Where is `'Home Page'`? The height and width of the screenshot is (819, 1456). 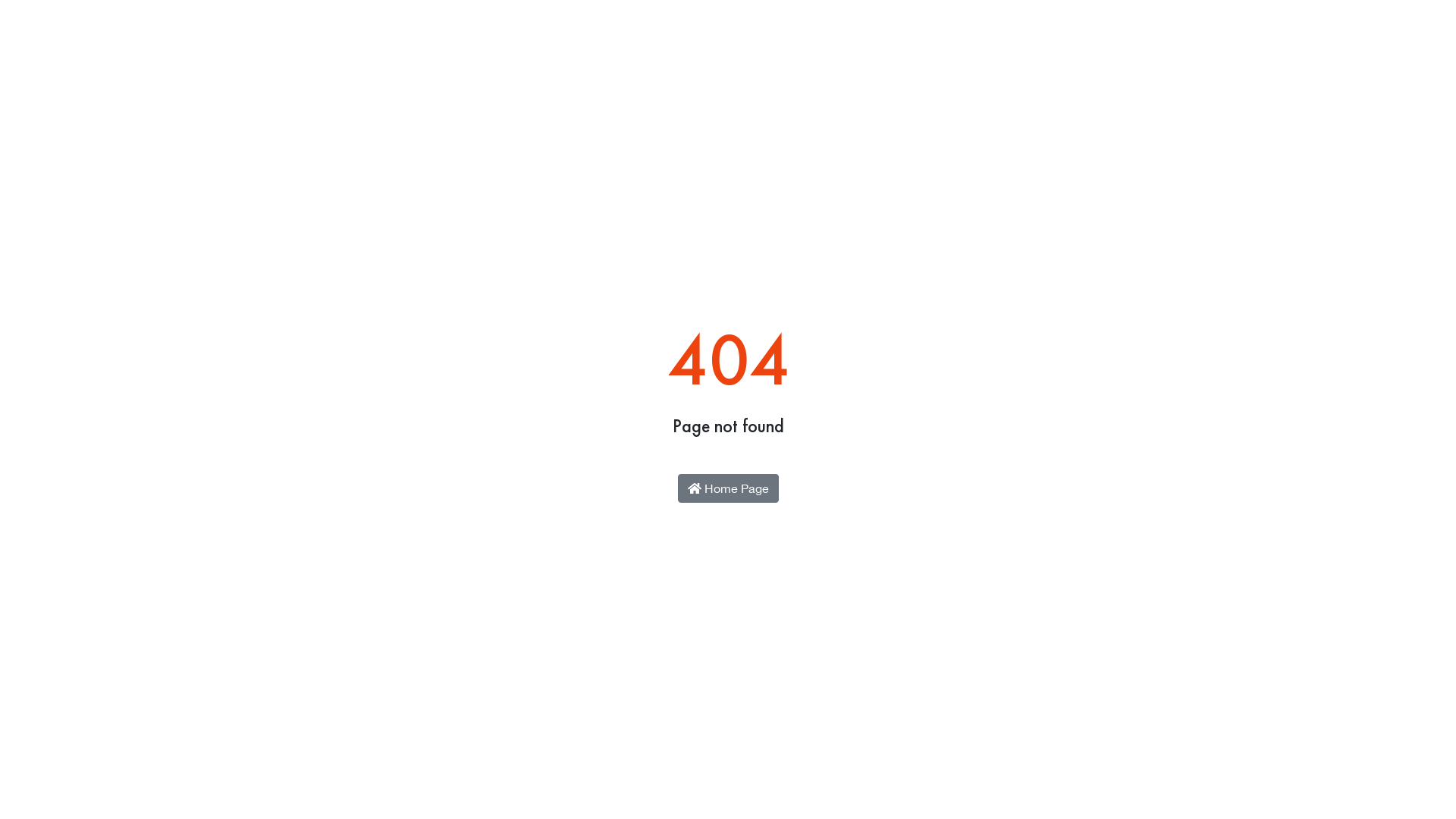 'Home Page' is located at coordinates (728, 488).